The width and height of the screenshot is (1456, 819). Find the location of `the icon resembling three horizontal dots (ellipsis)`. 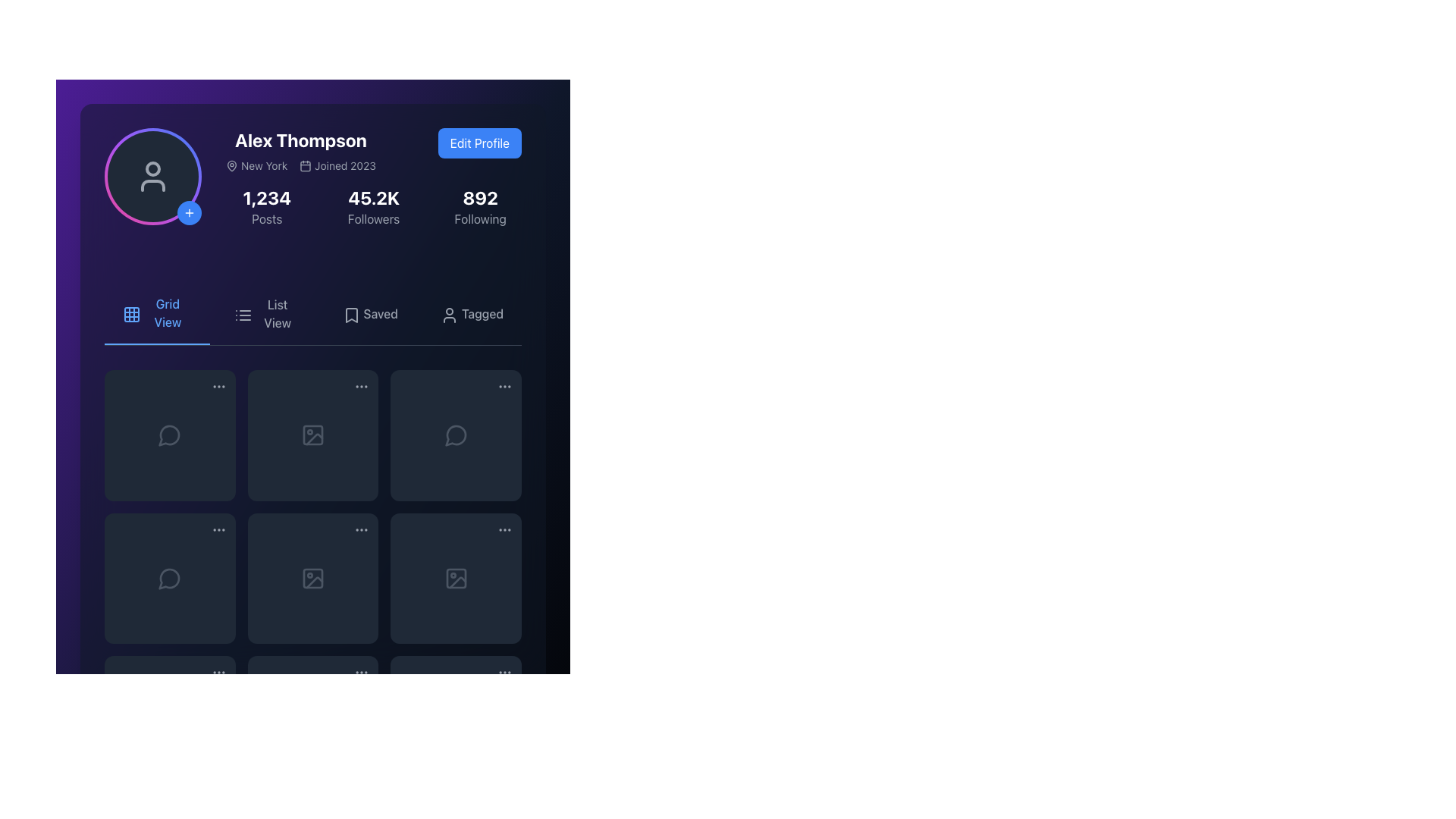

the icon resembling three horizontal dots (ellipsis) is located at coordinates (360, 385).